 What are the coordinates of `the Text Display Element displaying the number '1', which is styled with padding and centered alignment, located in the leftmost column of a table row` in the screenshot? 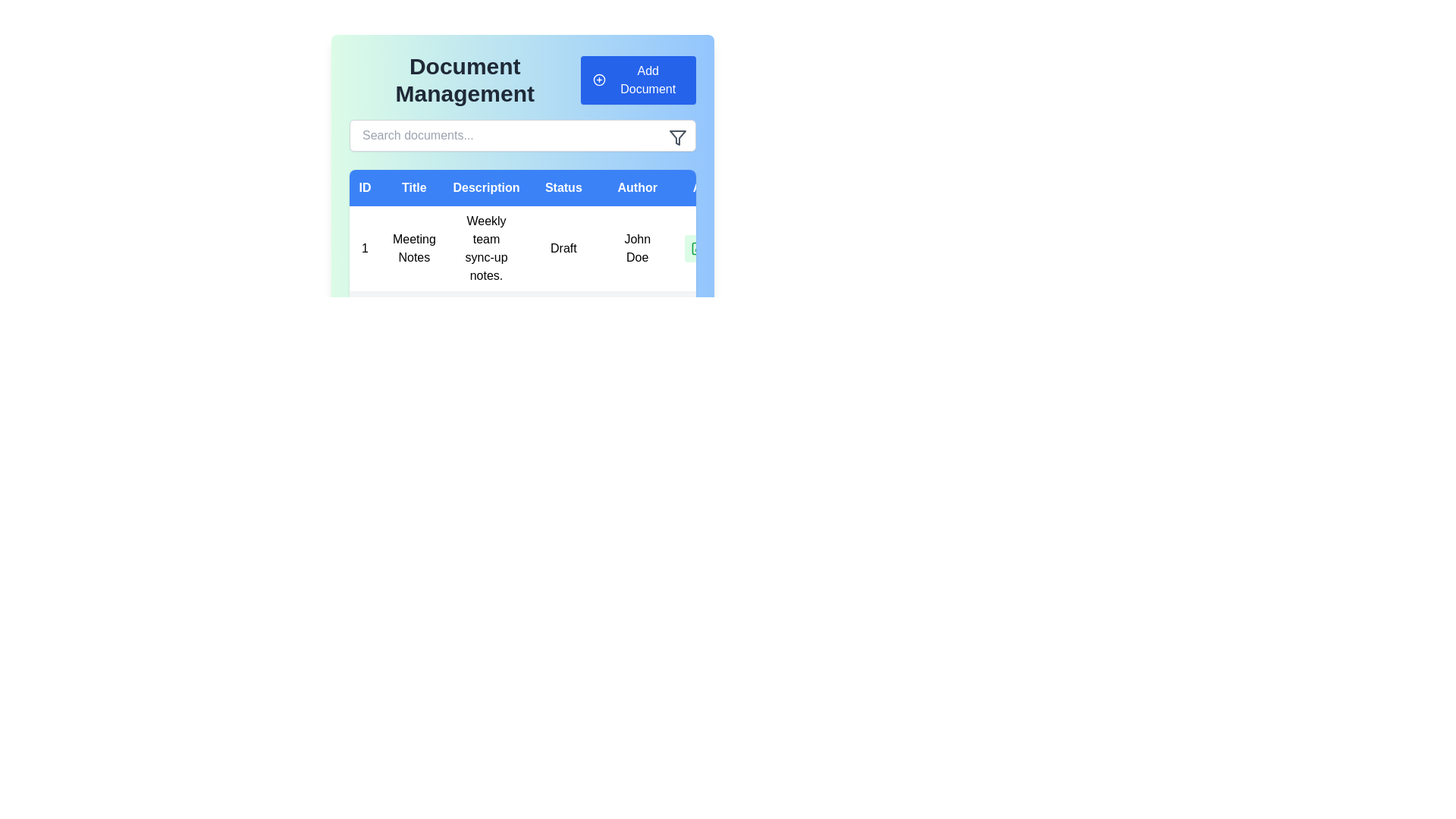 It's located at (365, 247).